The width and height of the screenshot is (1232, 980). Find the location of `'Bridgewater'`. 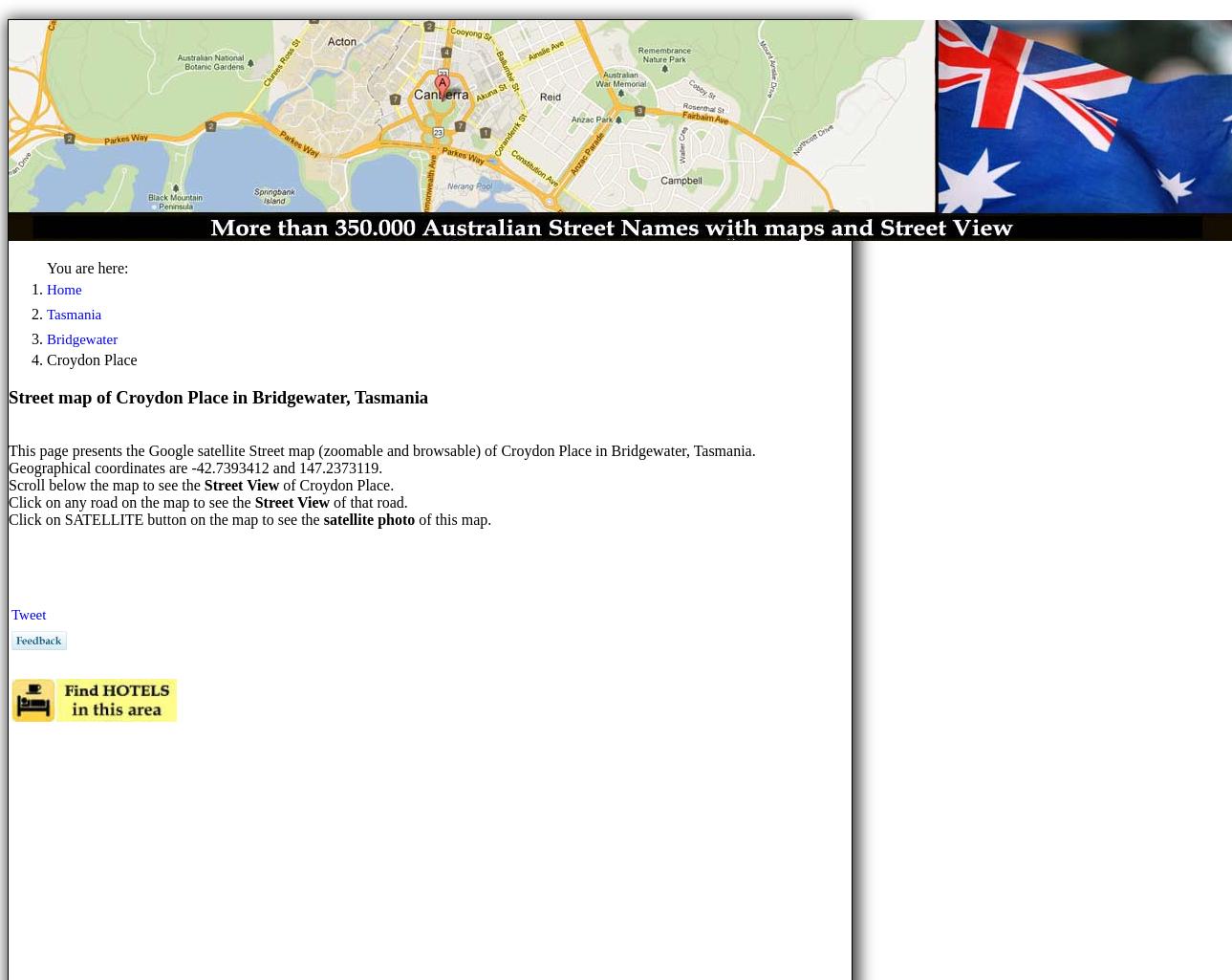

'Bridgewater' is located at coordinates (80, 338).